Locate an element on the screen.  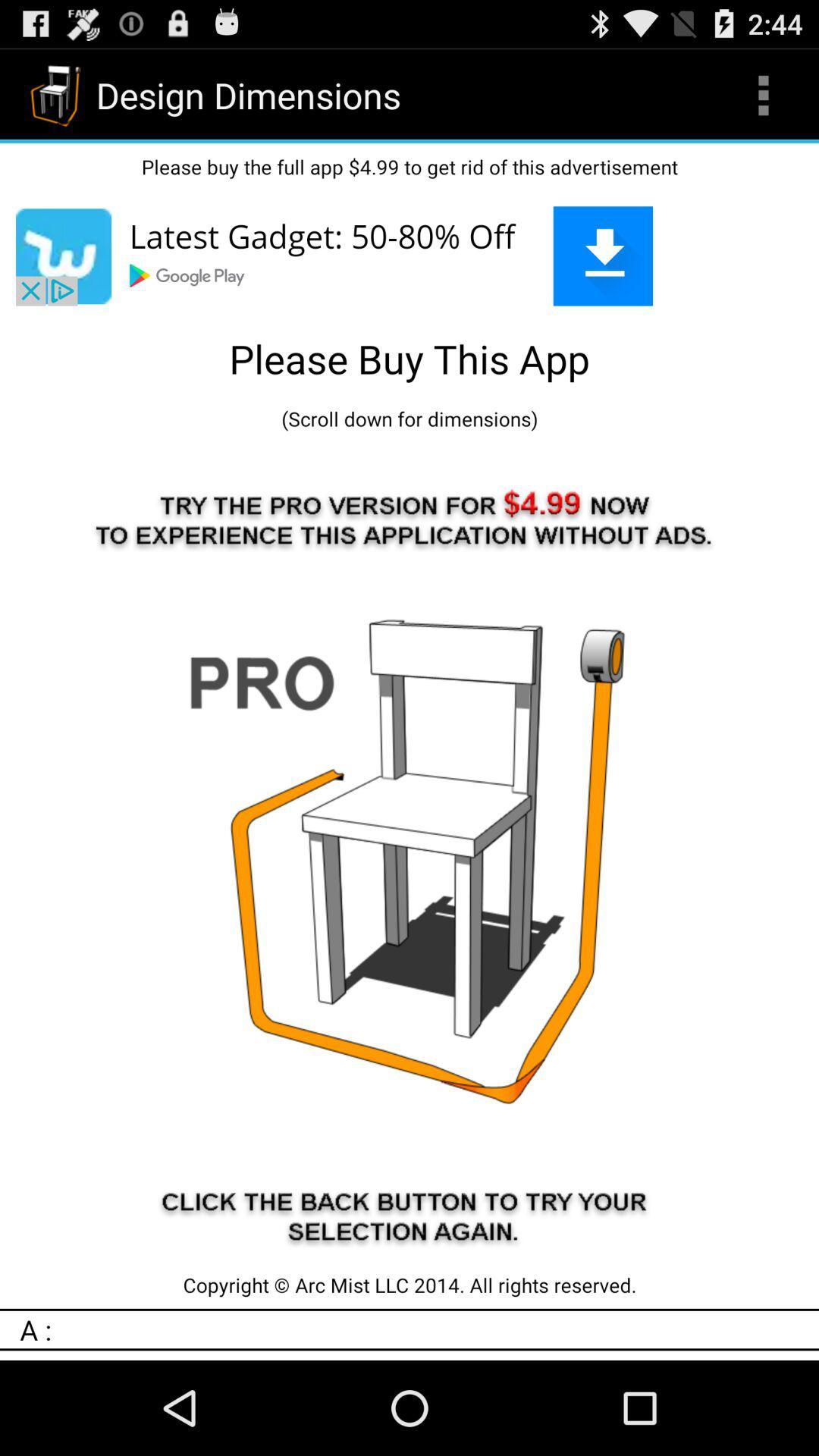
the icon at the top right corner is located at coordinates (763, 94).